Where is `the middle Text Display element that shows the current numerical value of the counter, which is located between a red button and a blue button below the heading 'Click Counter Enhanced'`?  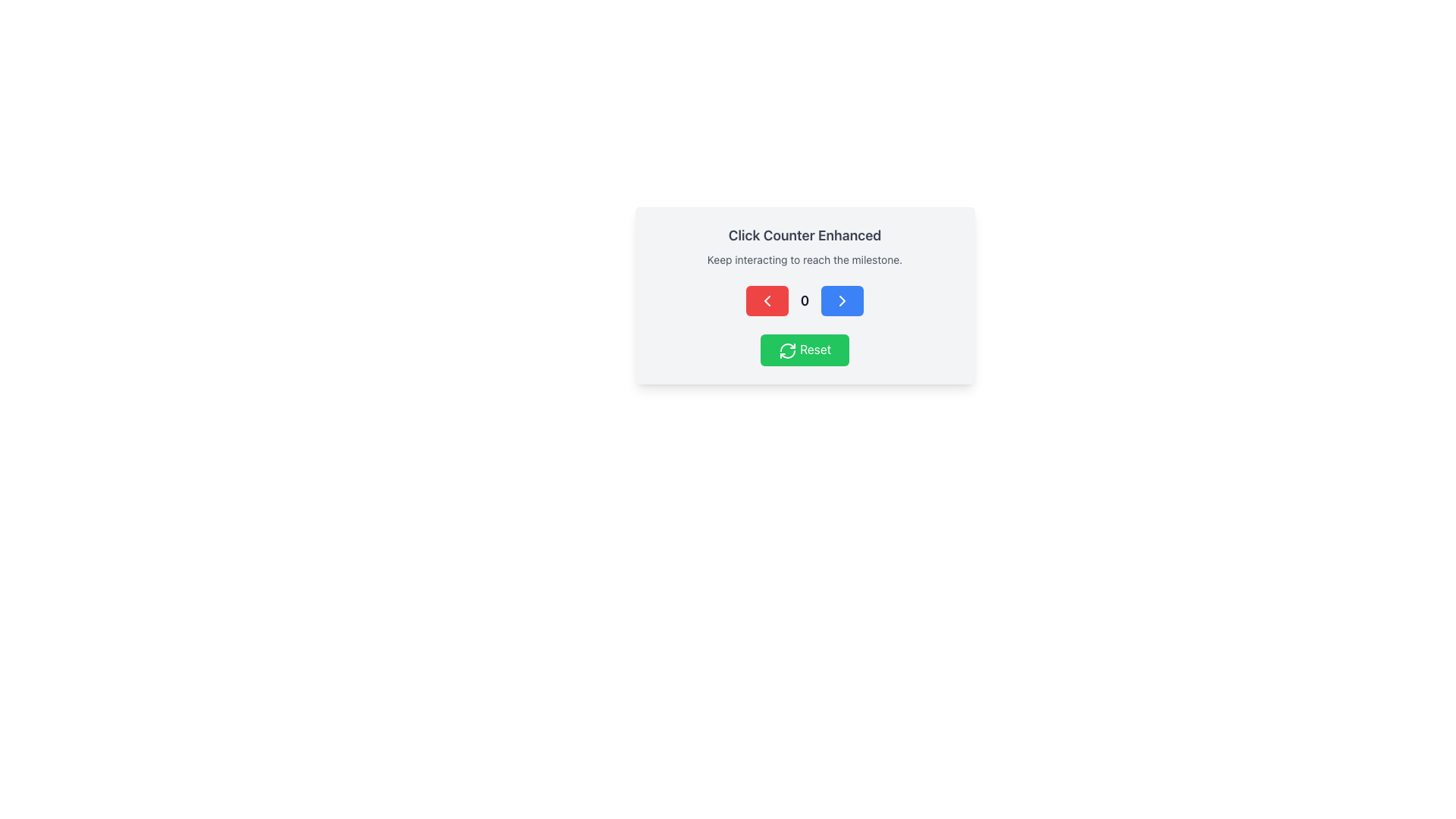
the middle Text Display element that shows the current numerical value of the counter, which is located between a red button and a blue button below the heading 'Click Counter Enhanced' is located at coordinates (804, 301).